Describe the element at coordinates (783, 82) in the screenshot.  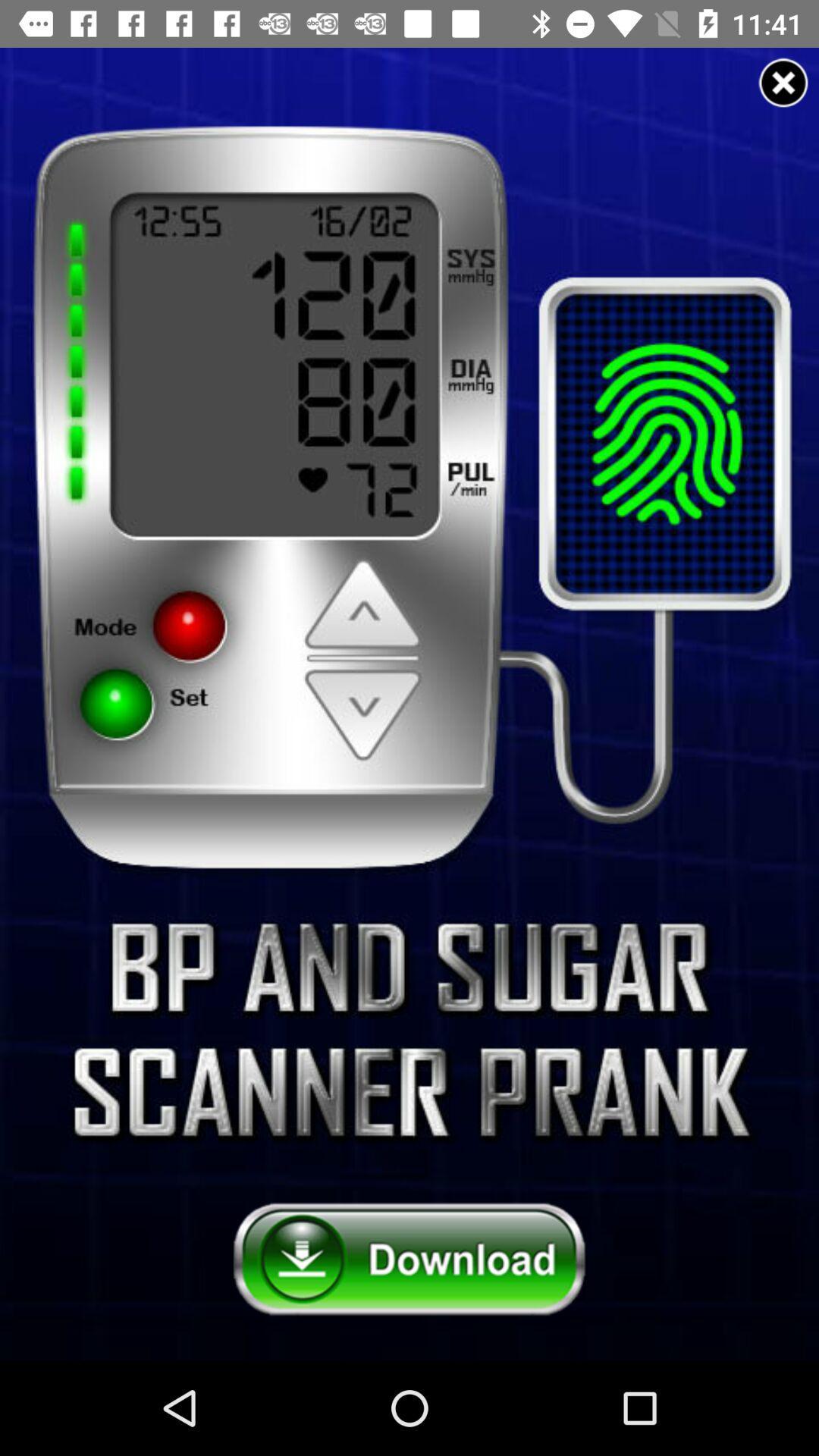
I see `the icon at the top right corner` at that location.